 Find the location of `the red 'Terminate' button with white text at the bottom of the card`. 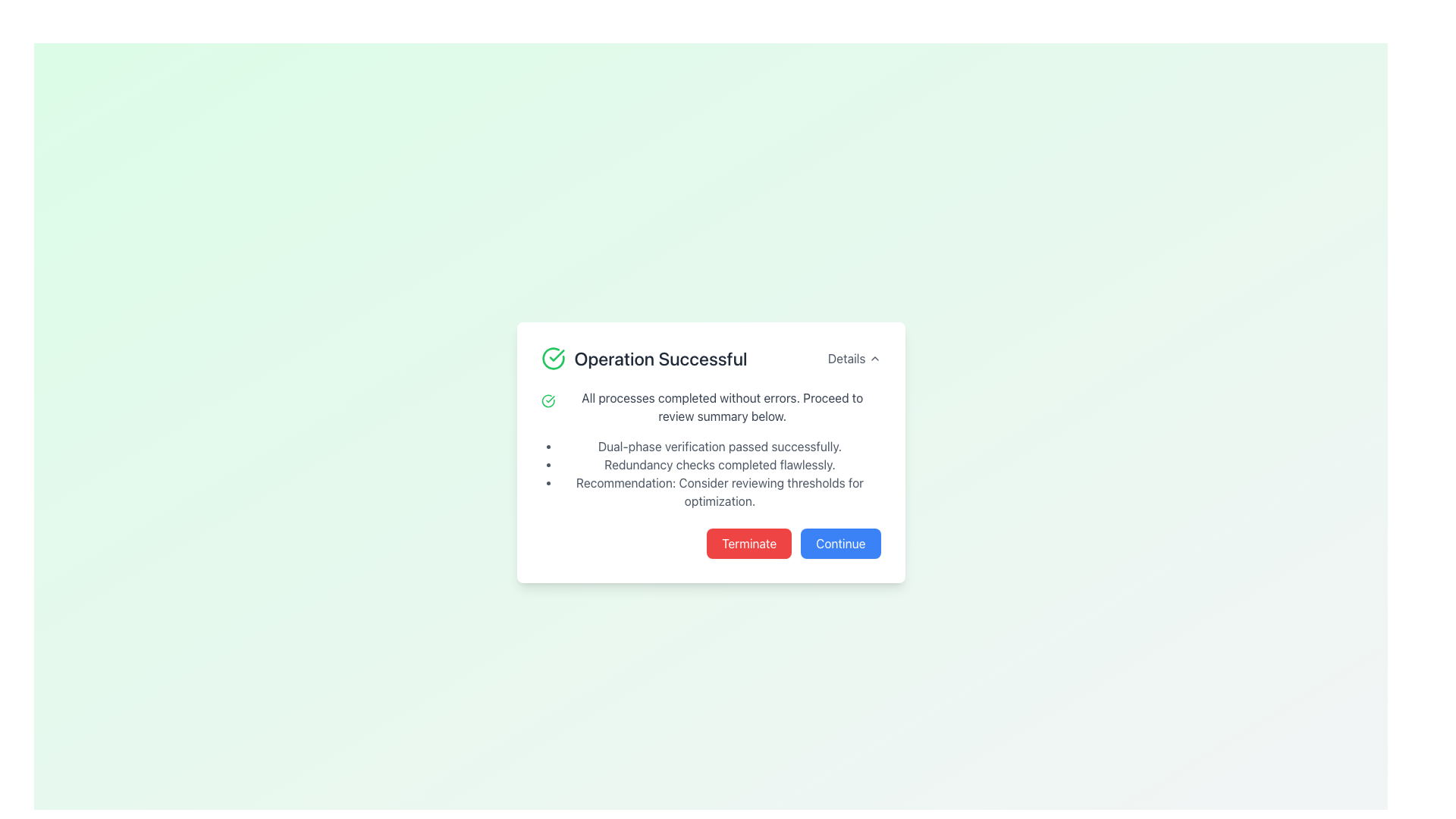

the red 'Terminate' button with white text at the bottom of the card is located at coordinates (749, 543).